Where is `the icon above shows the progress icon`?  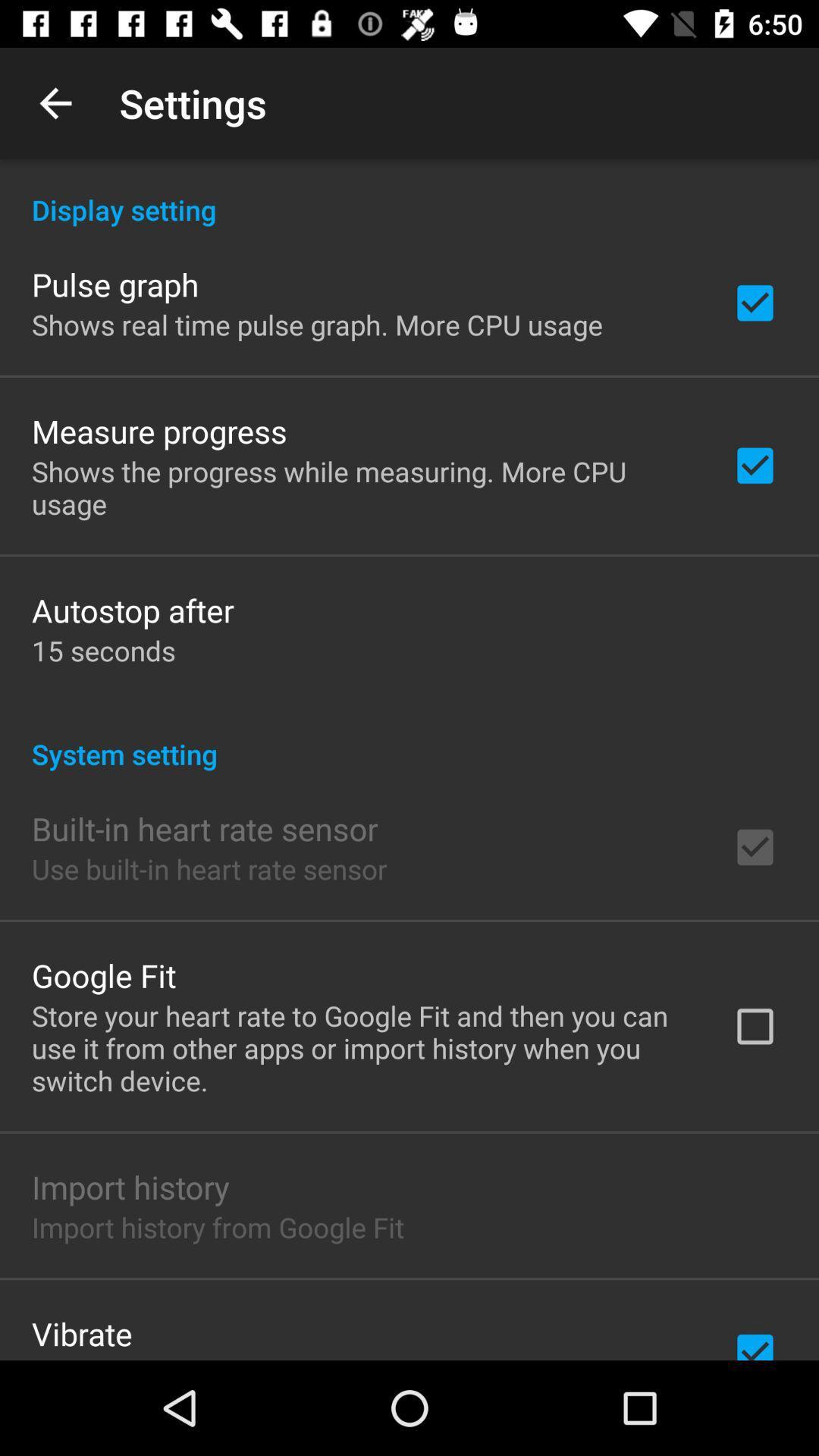
the icon above shows the progress icon is located at coordinates (159, 430).